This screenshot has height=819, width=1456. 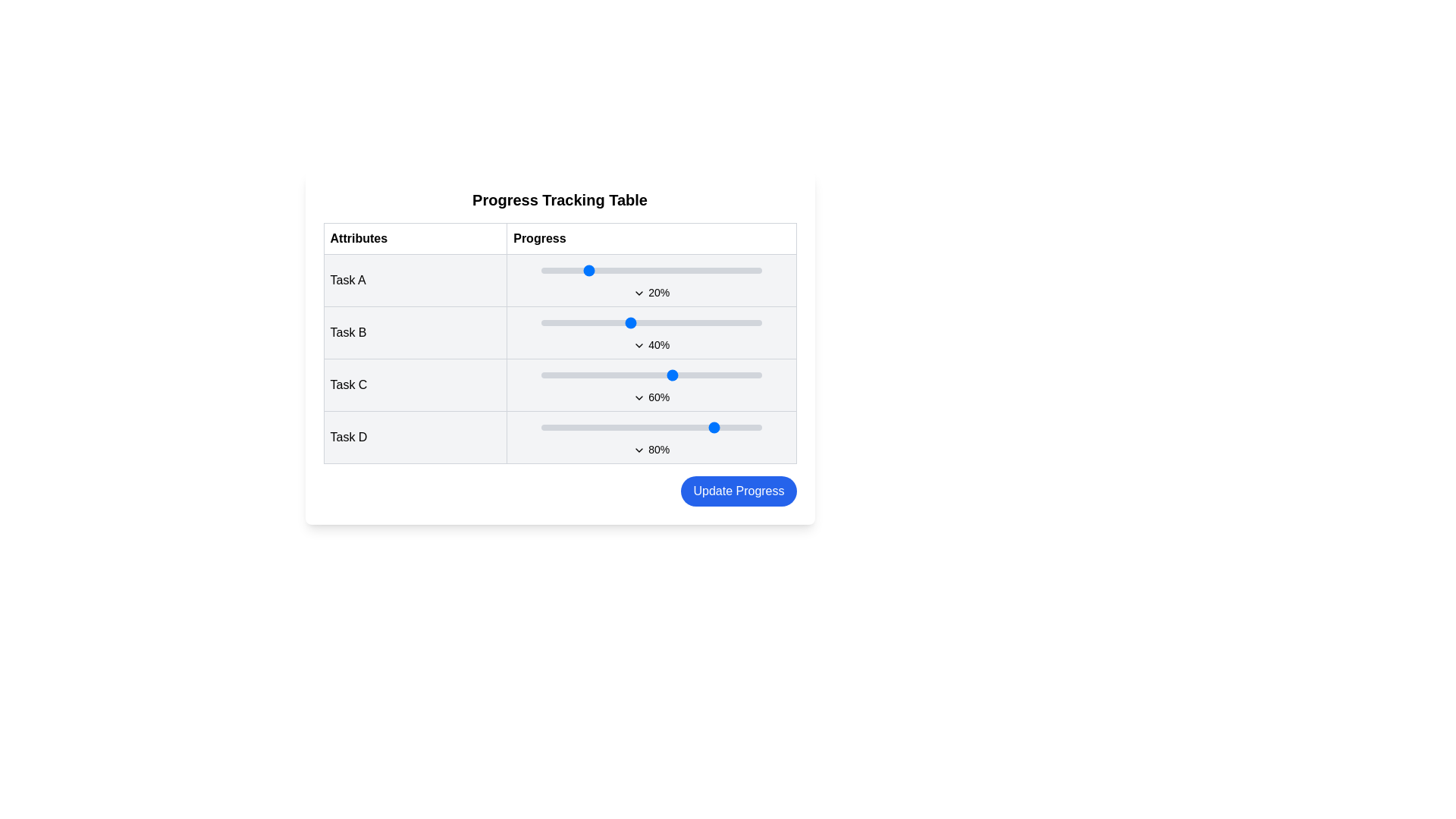 I want to click on the dropdown icon in the third row of the 'Progress Tracking Table', so click(x=639, y=397).